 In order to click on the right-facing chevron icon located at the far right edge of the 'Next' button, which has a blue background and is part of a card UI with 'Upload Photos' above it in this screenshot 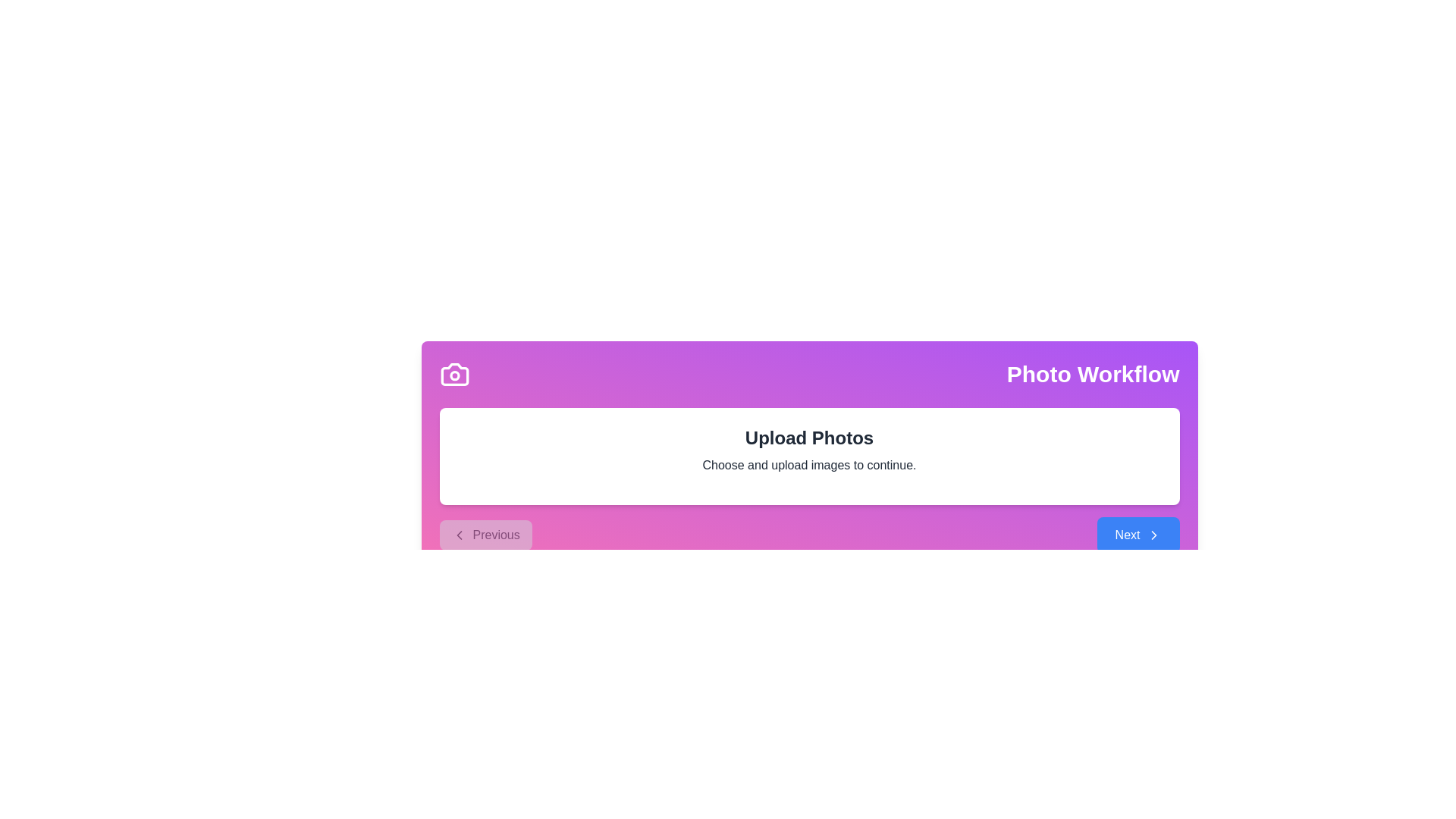, I will do `click(1153, 534)`.